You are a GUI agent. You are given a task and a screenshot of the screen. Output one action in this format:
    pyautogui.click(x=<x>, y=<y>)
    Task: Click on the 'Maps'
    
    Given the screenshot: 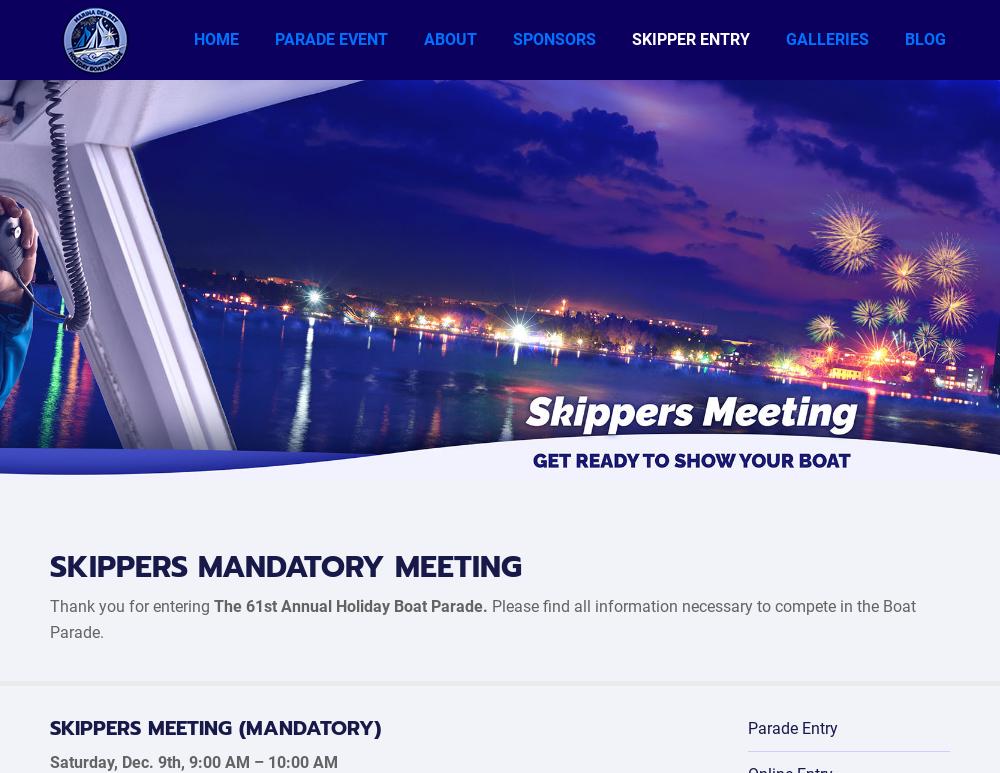 What is the action you would take?
    pyautogui.click(x=293, y=294)
    